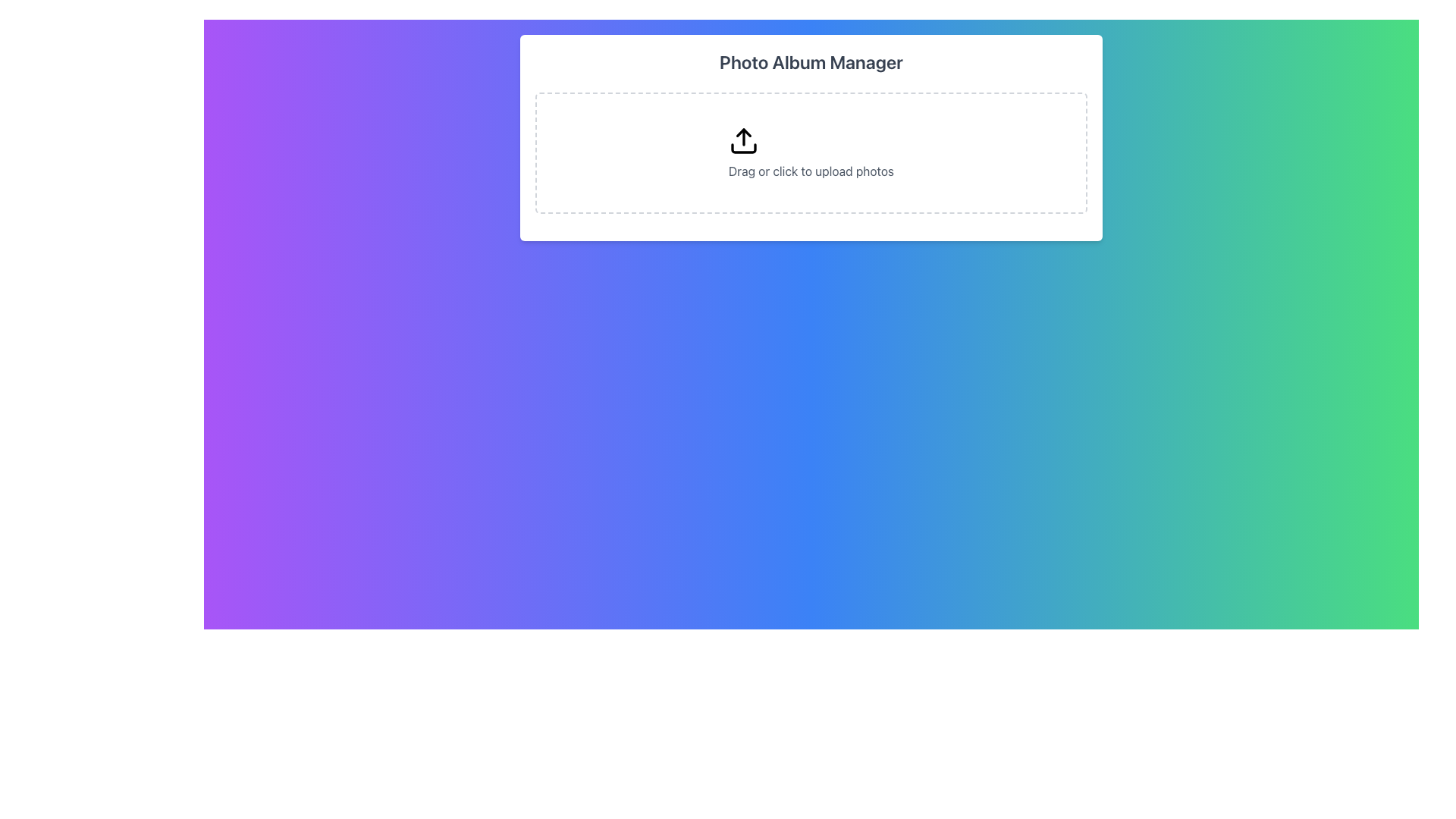  I want to click on the upload icon, which is a vector graphic of an upward-pointing arrow with a curving base, to initiate the upload action, so click(743, 140).